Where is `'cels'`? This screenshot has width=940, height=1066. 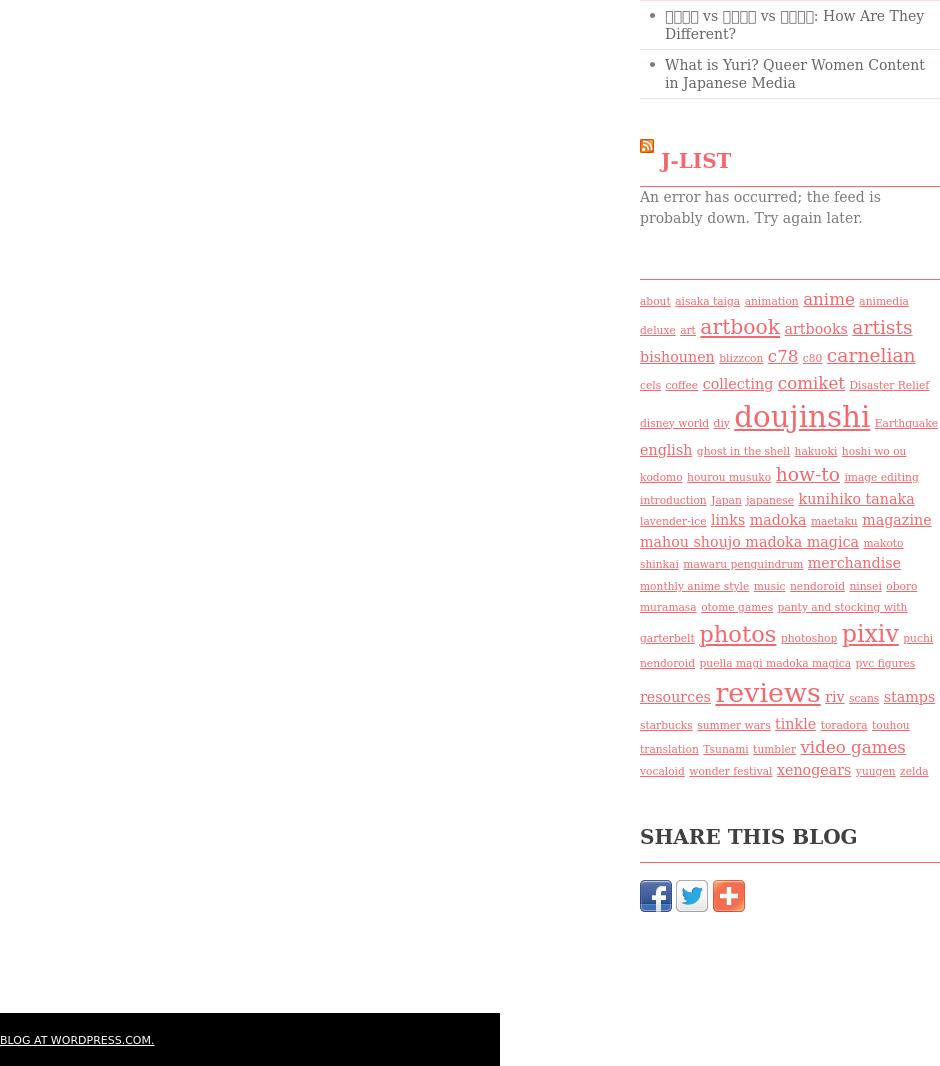 'cels' is located at coordinates (650, 384).